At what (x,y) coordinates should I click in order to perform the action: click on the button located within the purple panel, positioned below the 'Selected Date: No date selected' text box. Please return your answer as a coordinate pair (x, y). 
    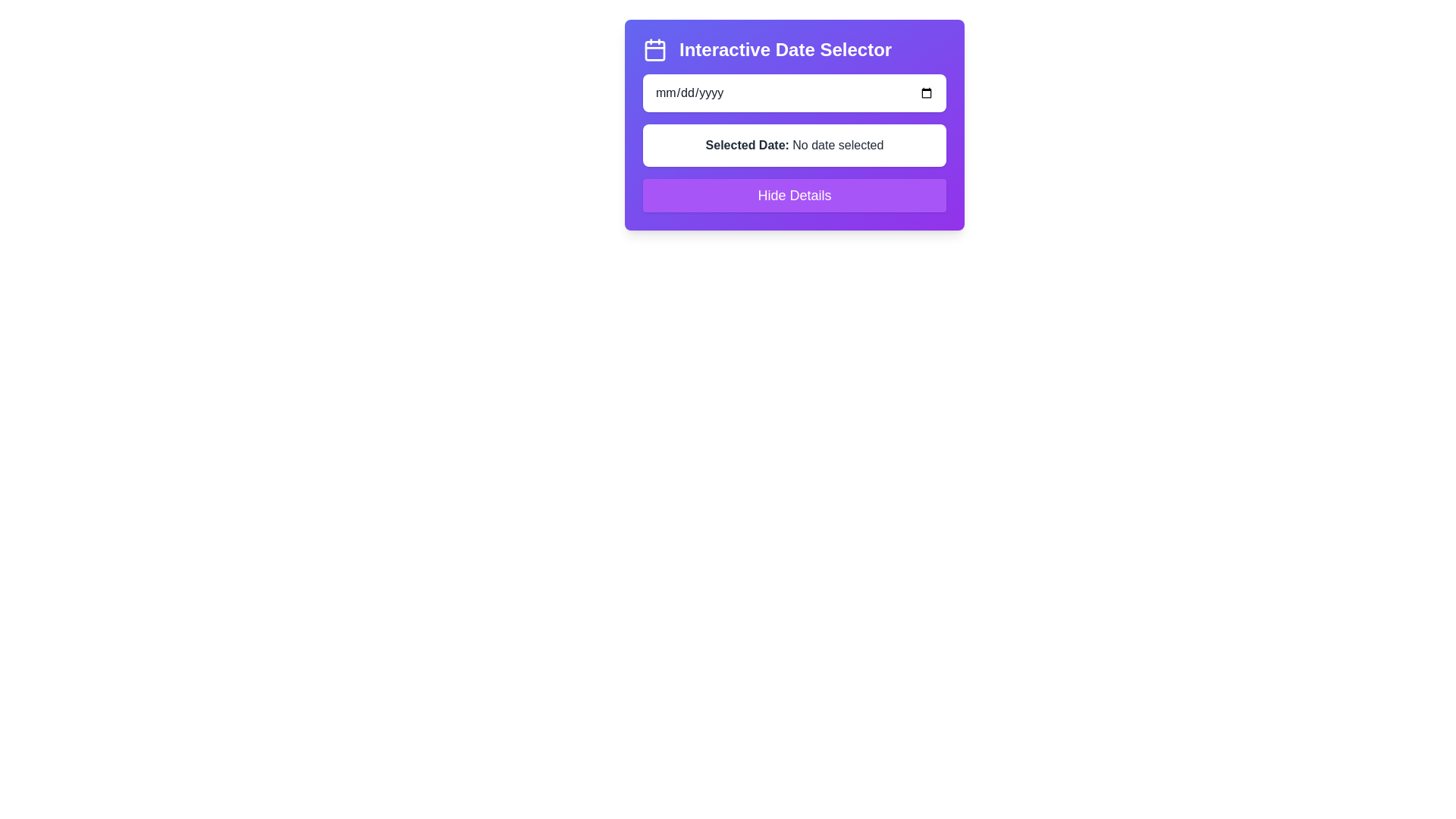
    Looking at the image, I should click on (793, 195).